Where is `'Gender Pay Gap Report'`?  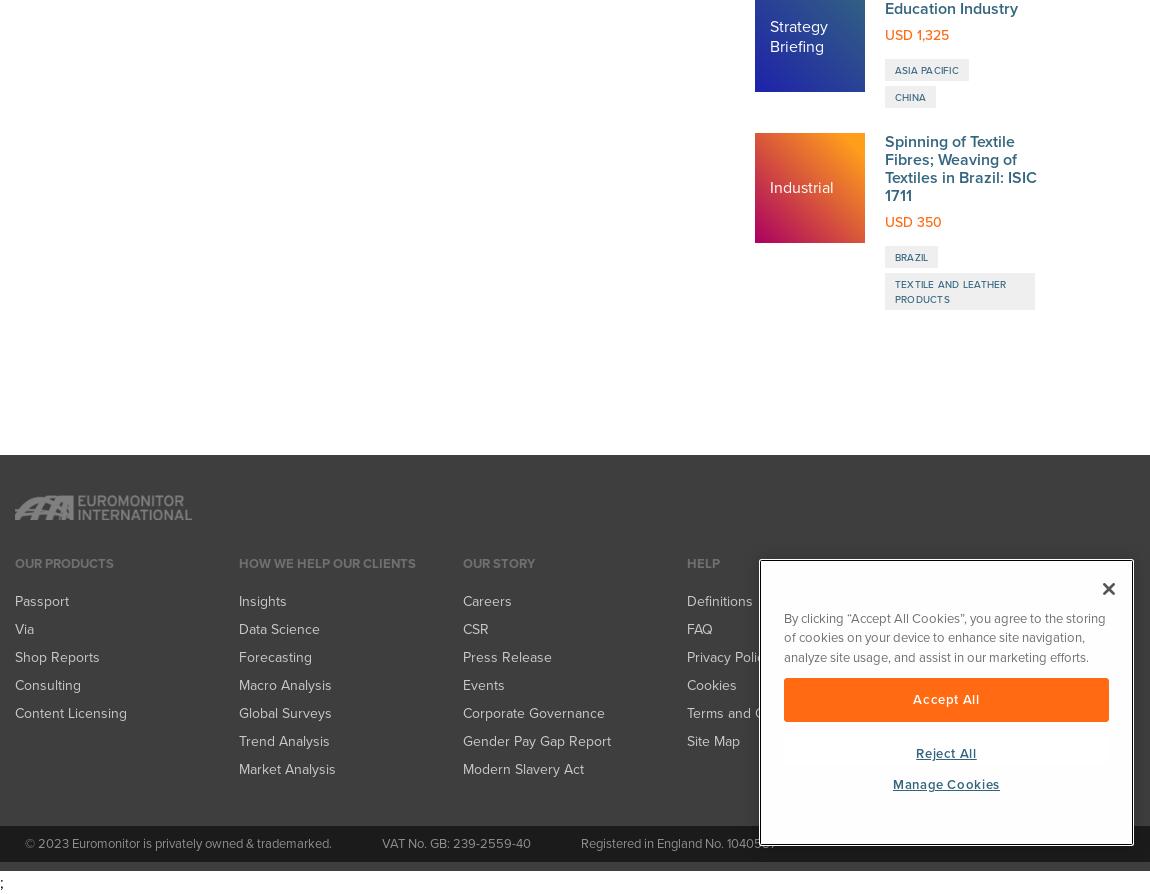
'Gender Pay Gap Report' is located at coordinates (537, 90).